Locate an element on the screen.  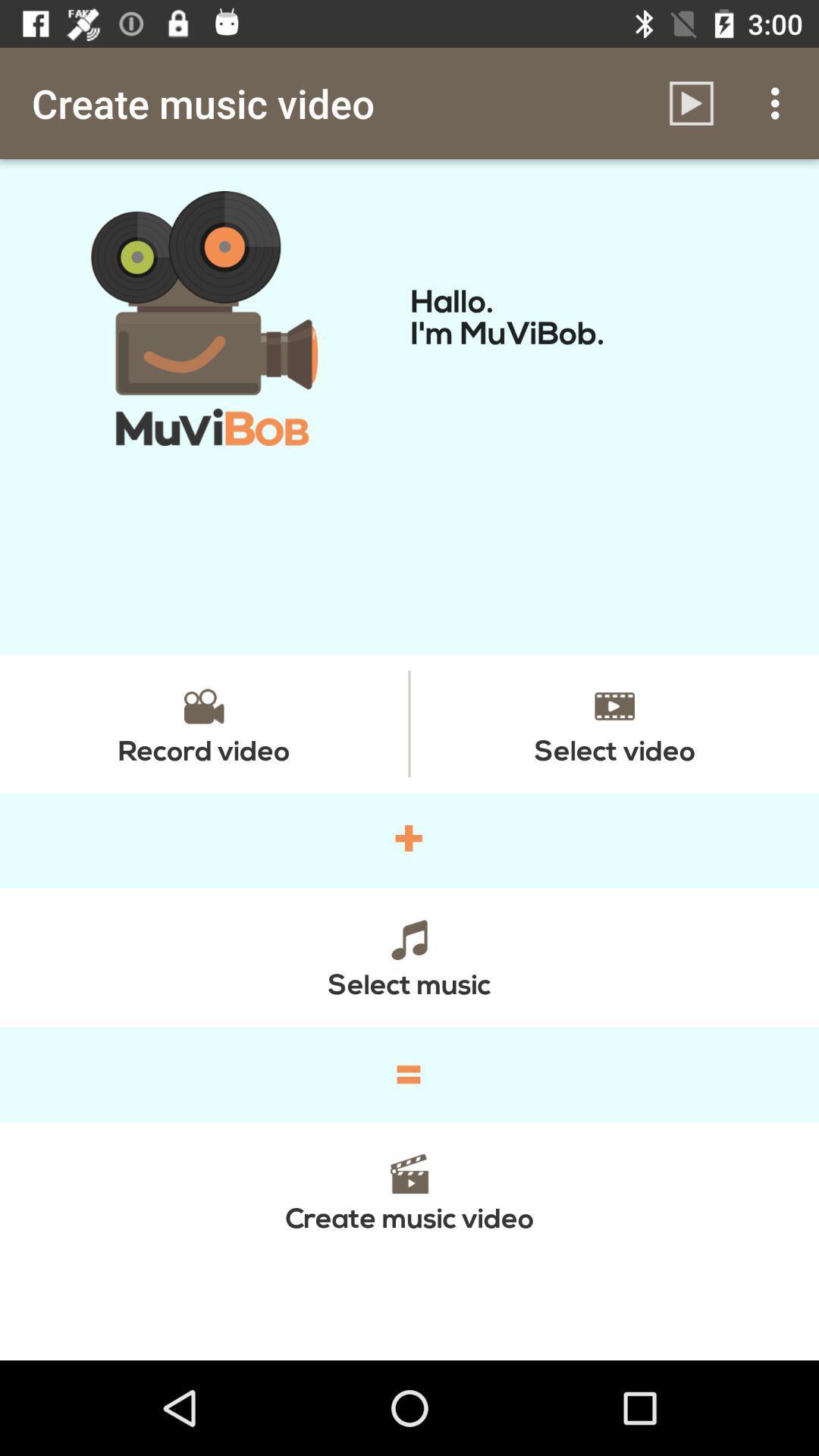
select music item is located at coordinates (409, 956).